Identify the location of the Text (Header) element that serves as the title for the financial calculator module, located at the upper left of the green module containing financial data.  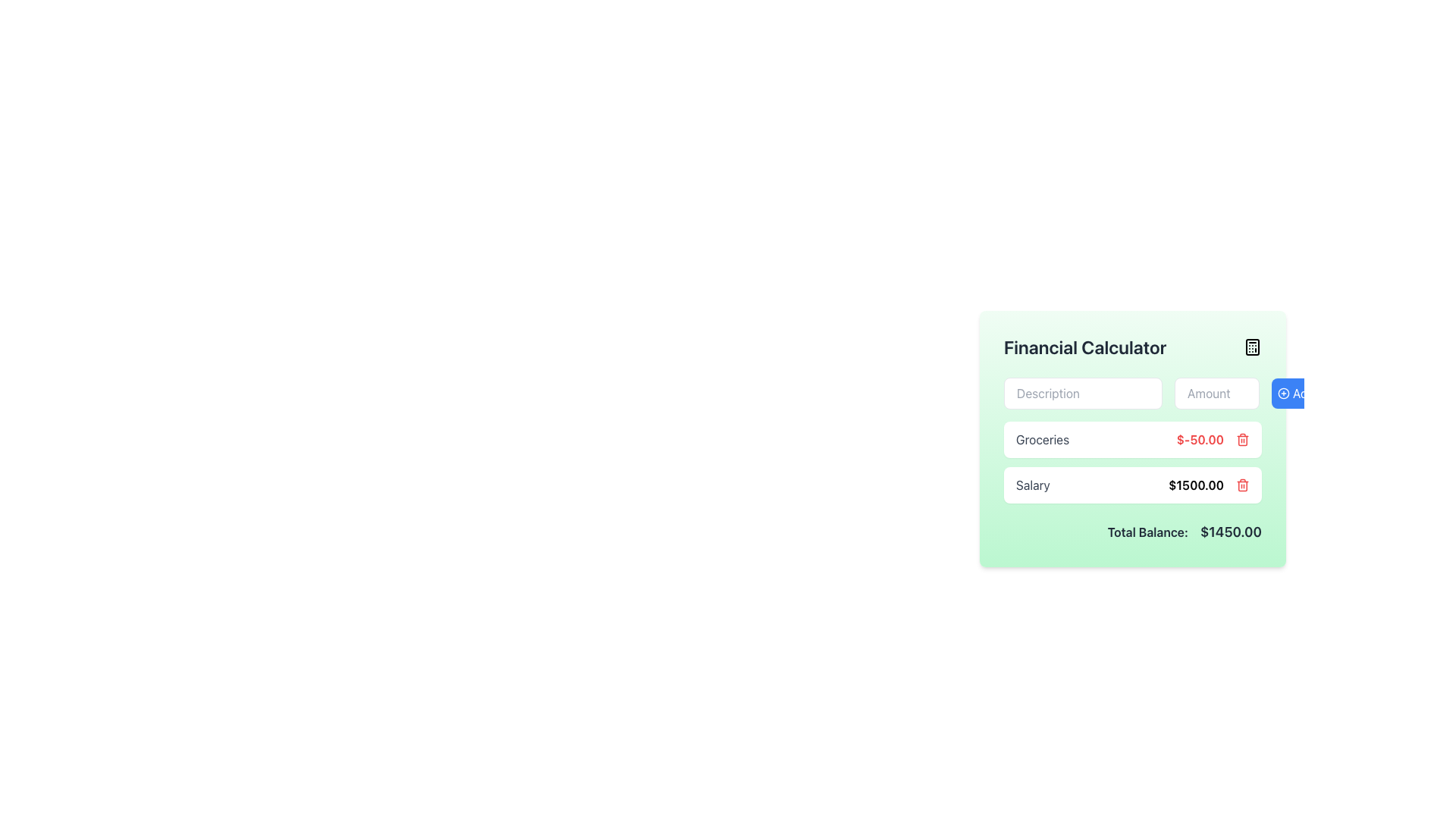
(1084, 347).